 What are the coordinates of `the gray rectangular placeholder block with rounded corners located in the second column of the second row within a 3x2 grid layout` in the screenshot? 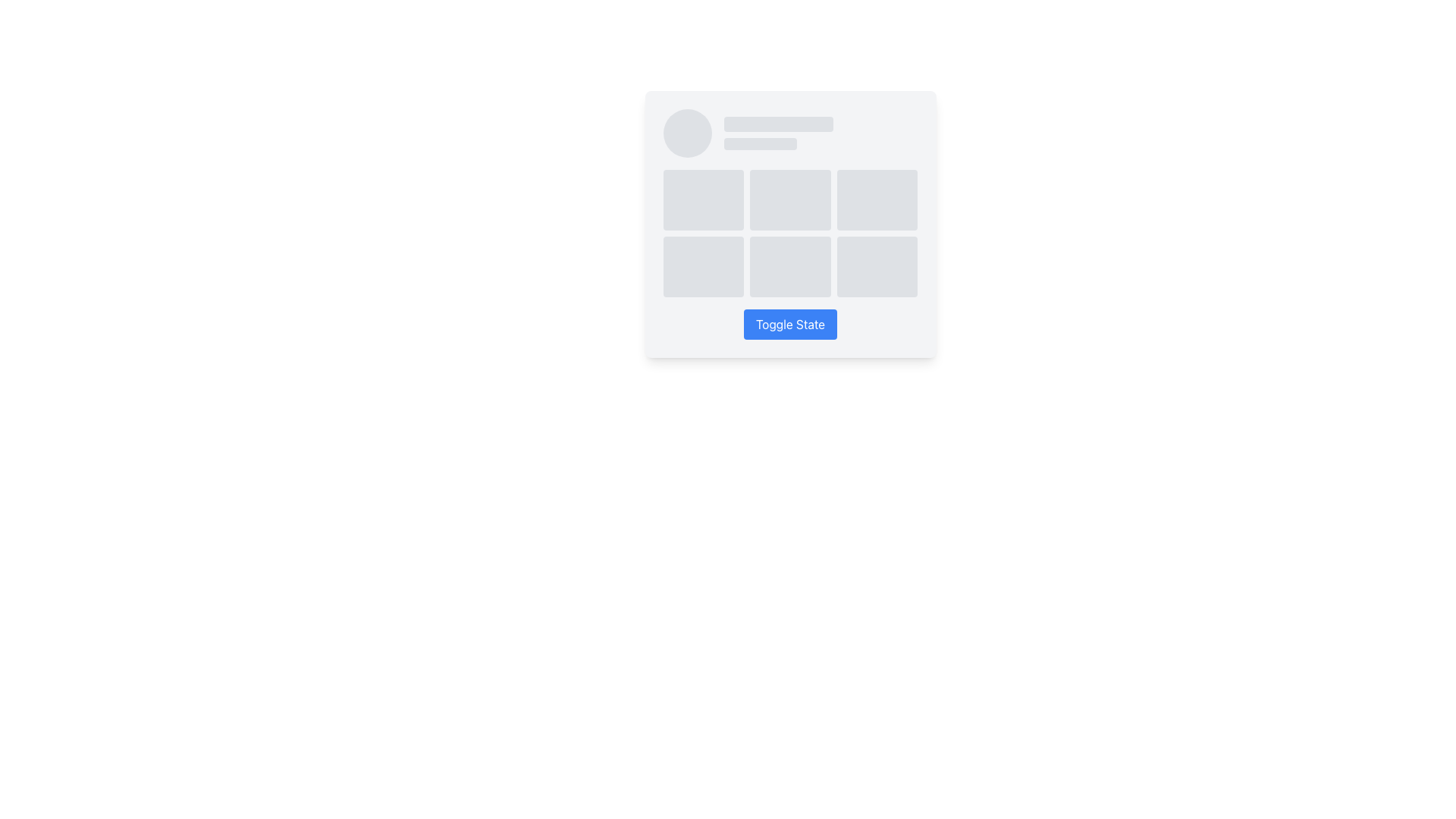 It's located at (789, 265).